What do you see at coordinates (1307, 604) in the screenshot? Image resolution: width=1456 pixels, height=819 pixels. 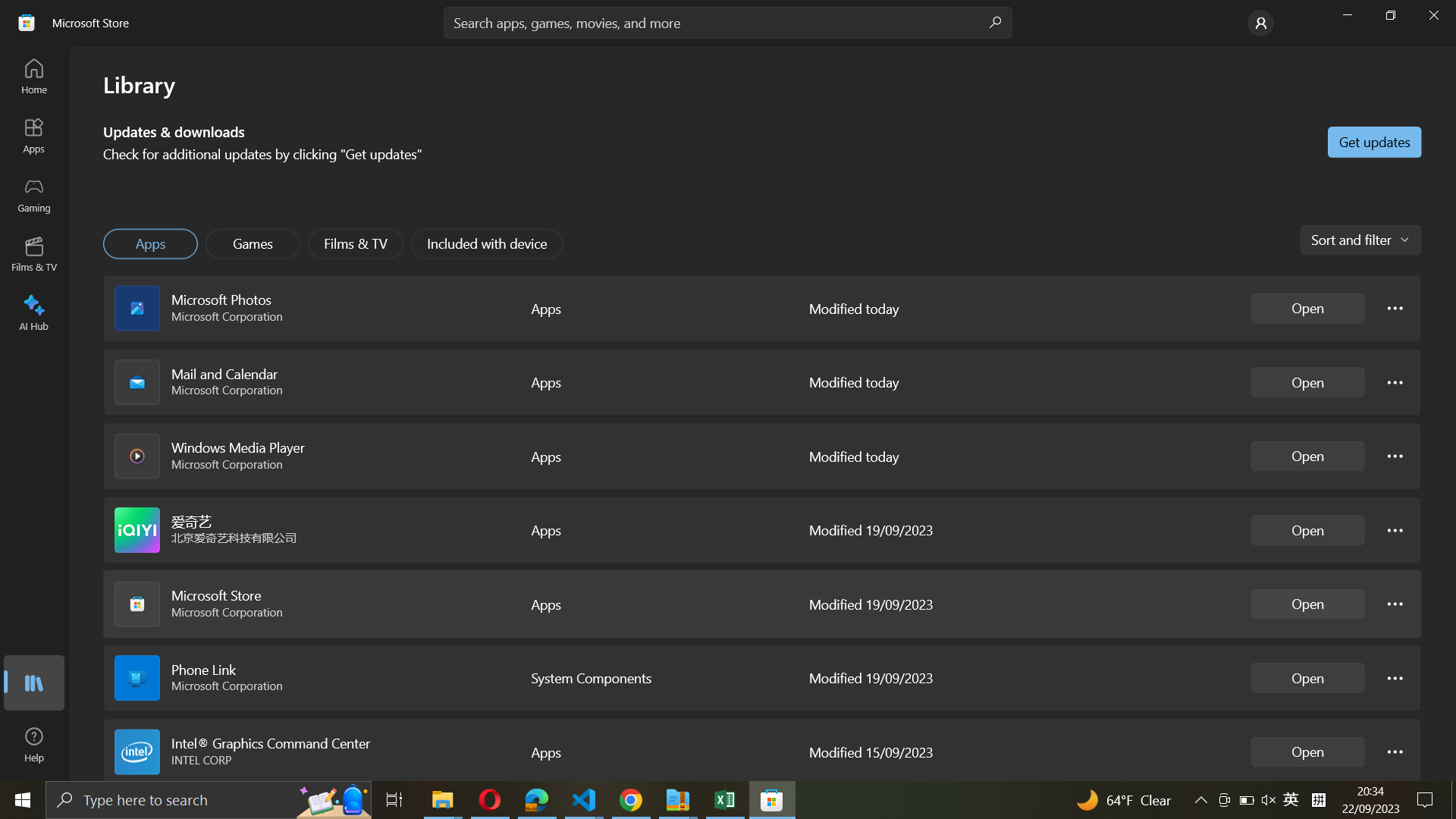 I see `Microsoft Store app` at bounding box center [1307, 604].